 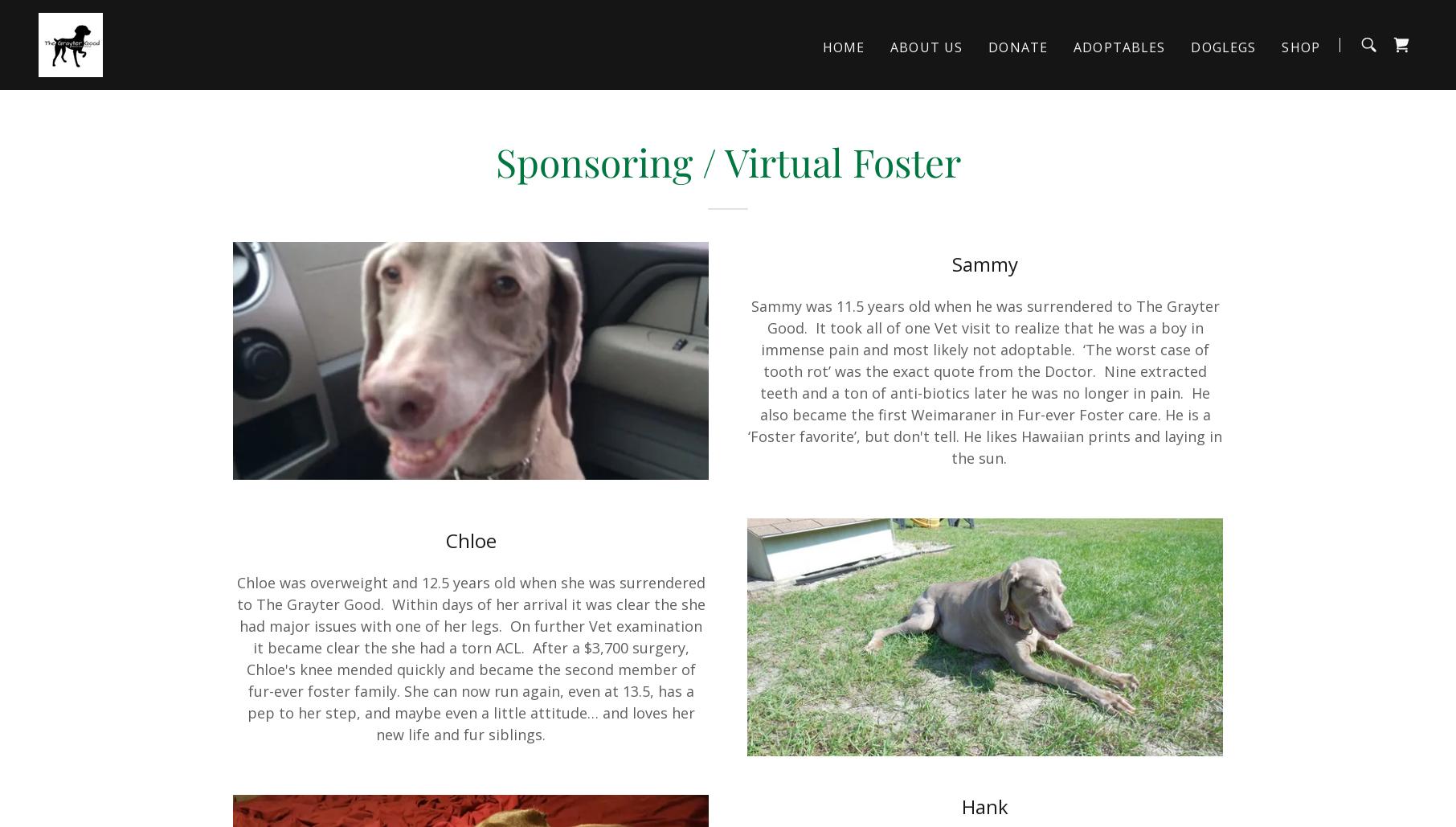 I want to click on 'Chloe was overweight and 12.5 years old when she was surrendered to The Grayter Good.  Within days of her arrival it was clear the she had major issues with one of her legs.  On further Vet examination it became clear the she had a torn ACL.  After a $3,700 surgery, Chloe's knee mended quickly and became the second member of fur-ever foster family. She can now run again, even at 13.5, has a pep to her step, and maybe even a little attitude… and loves her new life and fur siblings.', so click(x=236, y=657).